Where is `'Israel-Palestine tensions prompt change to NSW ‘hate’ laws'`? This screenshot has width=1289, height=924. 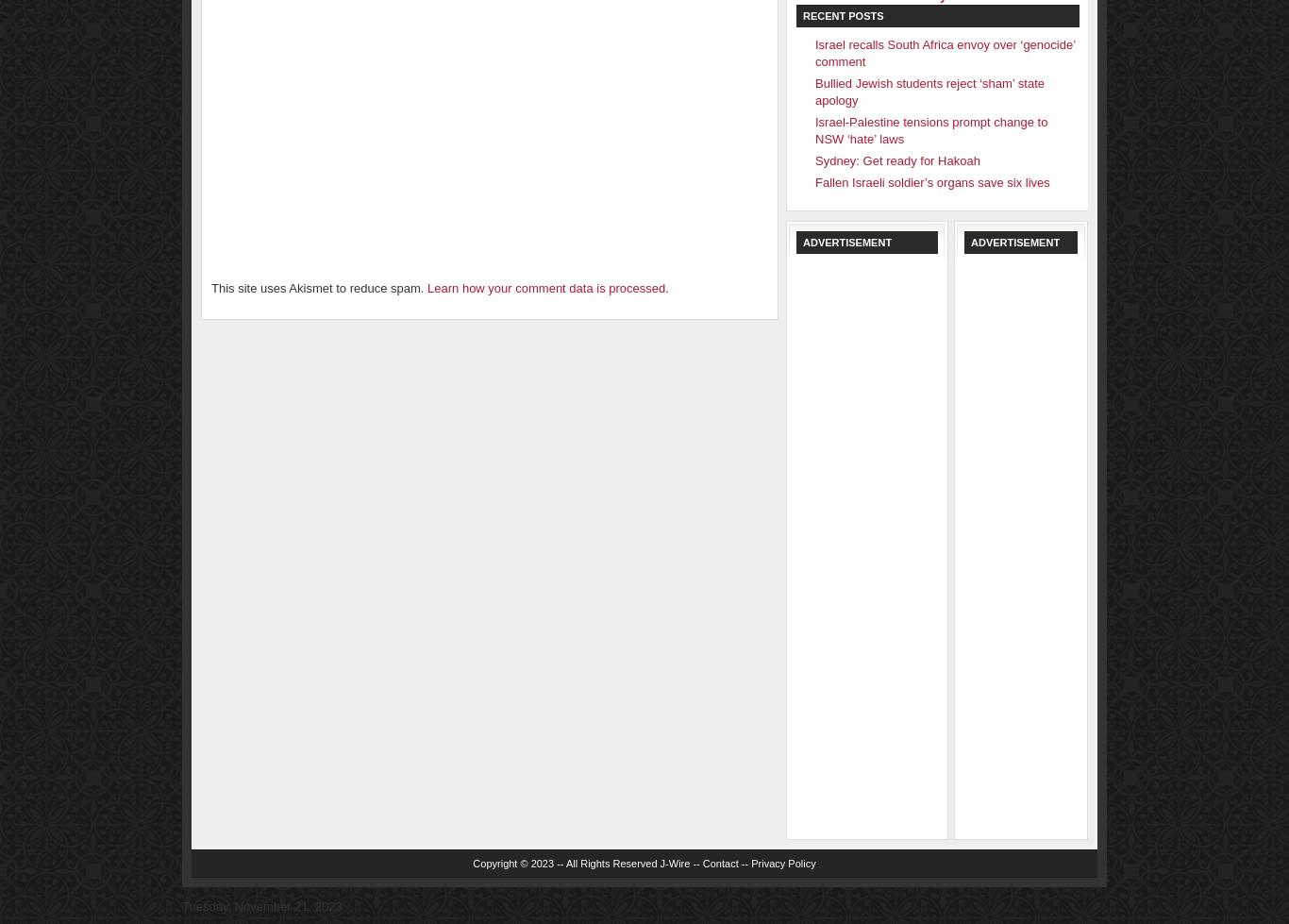 'Israel-Palestine tensions prompt change to NSW ‘hate’ laws' is located at coordinates (930, 130).